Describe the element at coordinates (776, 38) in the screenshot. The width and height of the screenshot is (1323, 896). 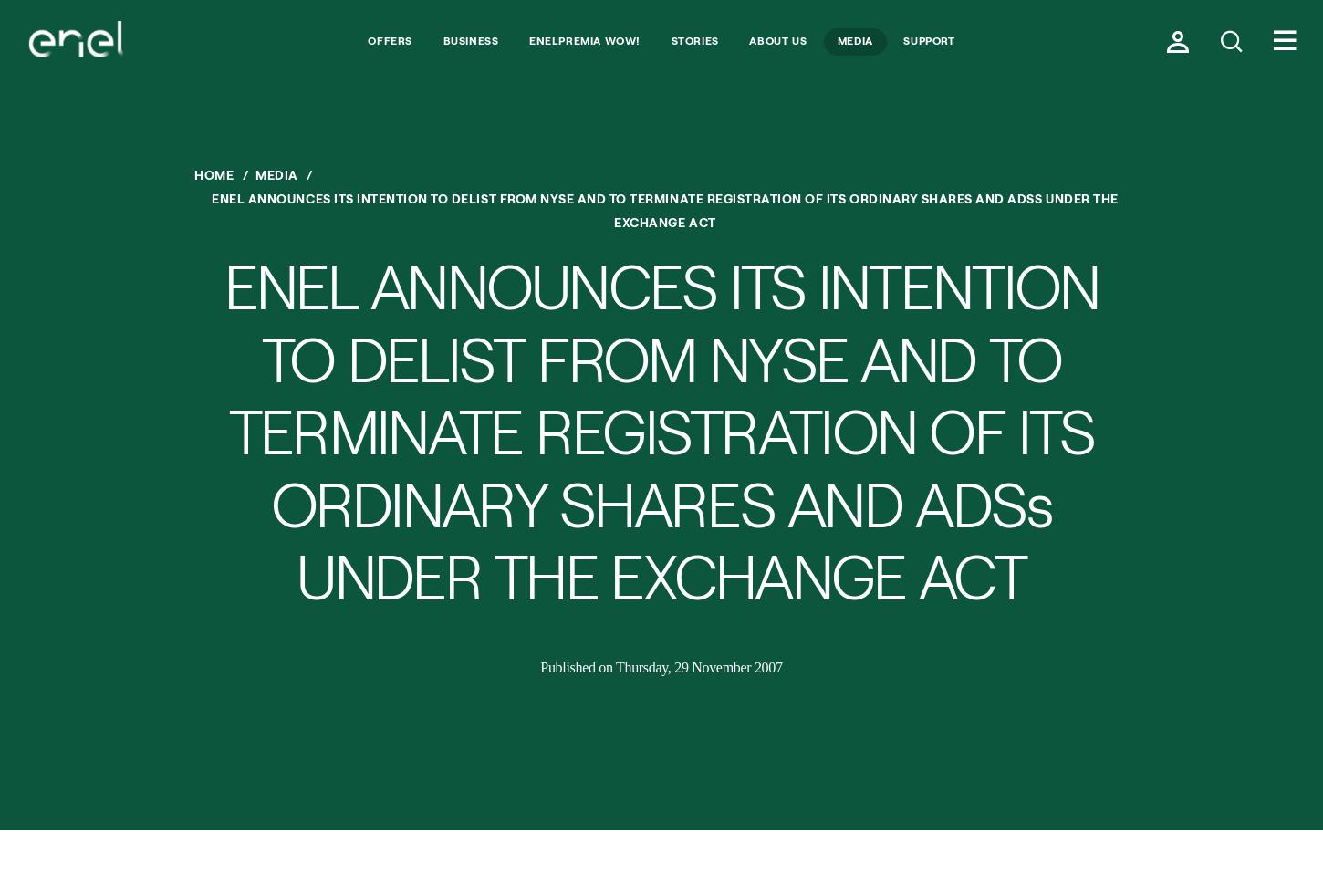
I see `'About us'` at that location.